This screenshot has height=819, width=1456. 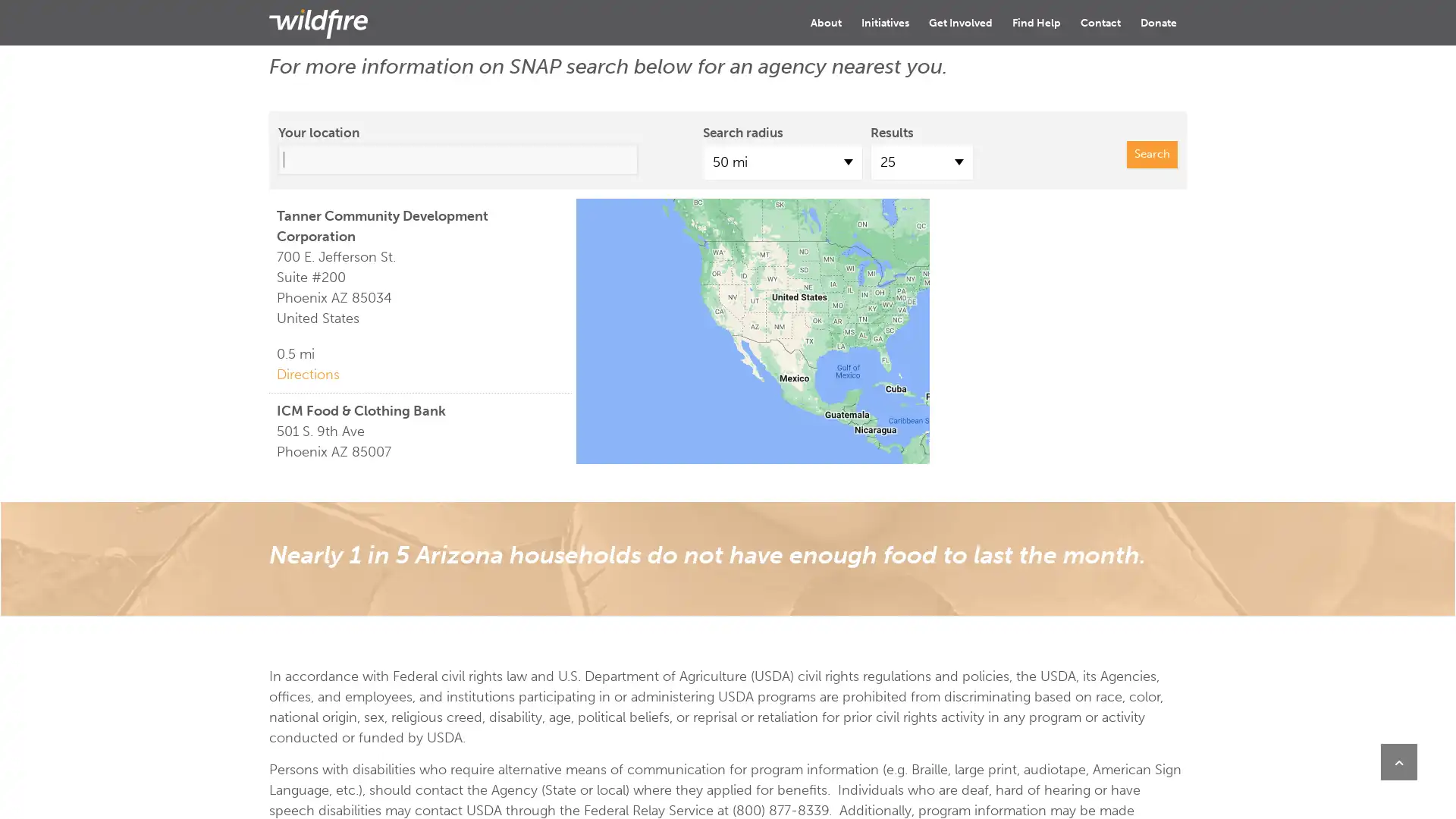 What do you see at coordinates (869, 324) in the screenshot?
I see `ICM Food & Clothing Bank` at bounding box center [869, 324].